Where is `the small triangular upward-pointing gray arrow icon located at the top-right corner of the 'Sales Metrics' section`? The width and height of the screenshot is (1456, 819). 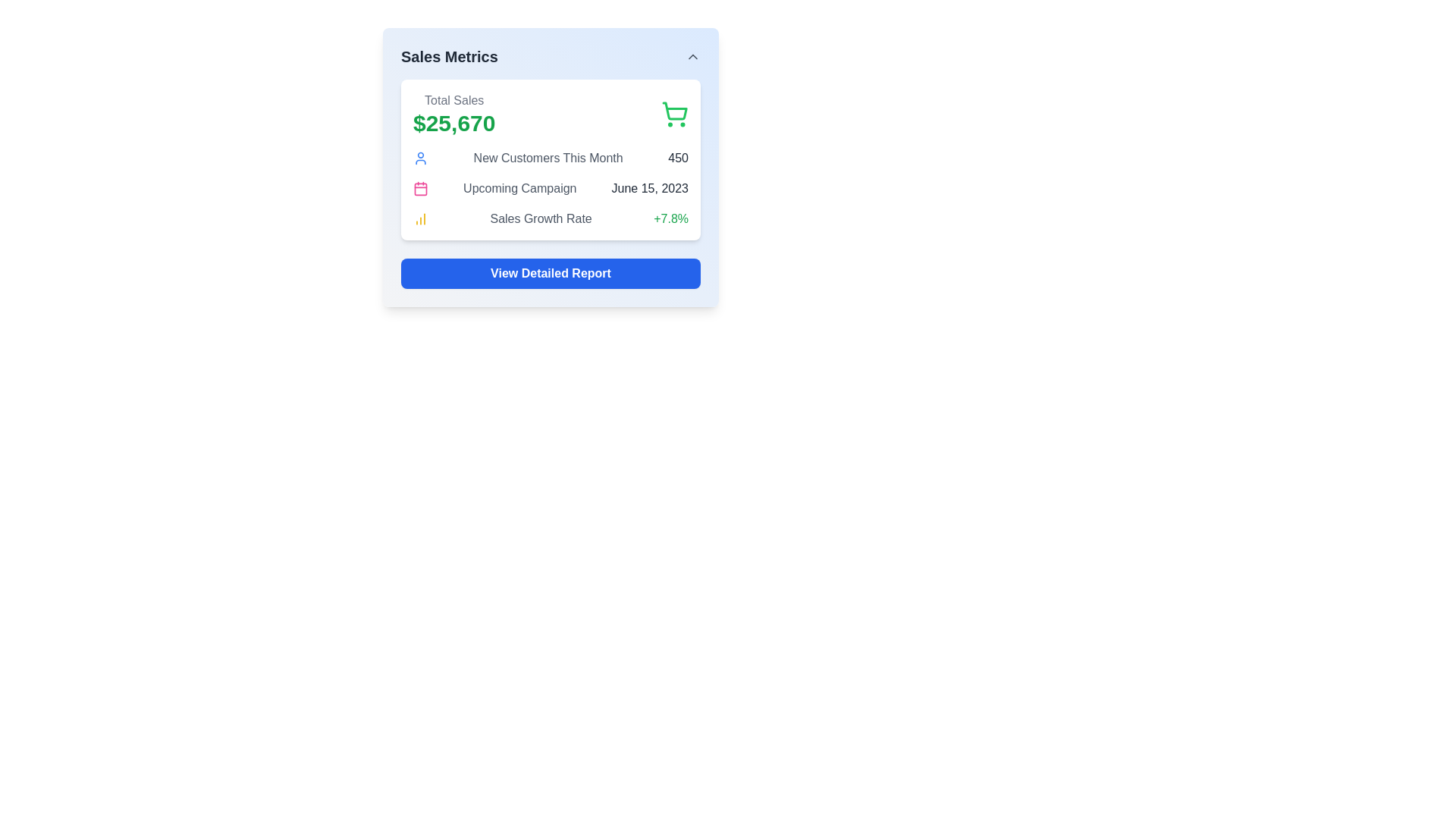
the small triangular upward-pointing gray arrow icon located at the top-right corner of the 'Sales Metrics' section is located at coordinates (692, 55).